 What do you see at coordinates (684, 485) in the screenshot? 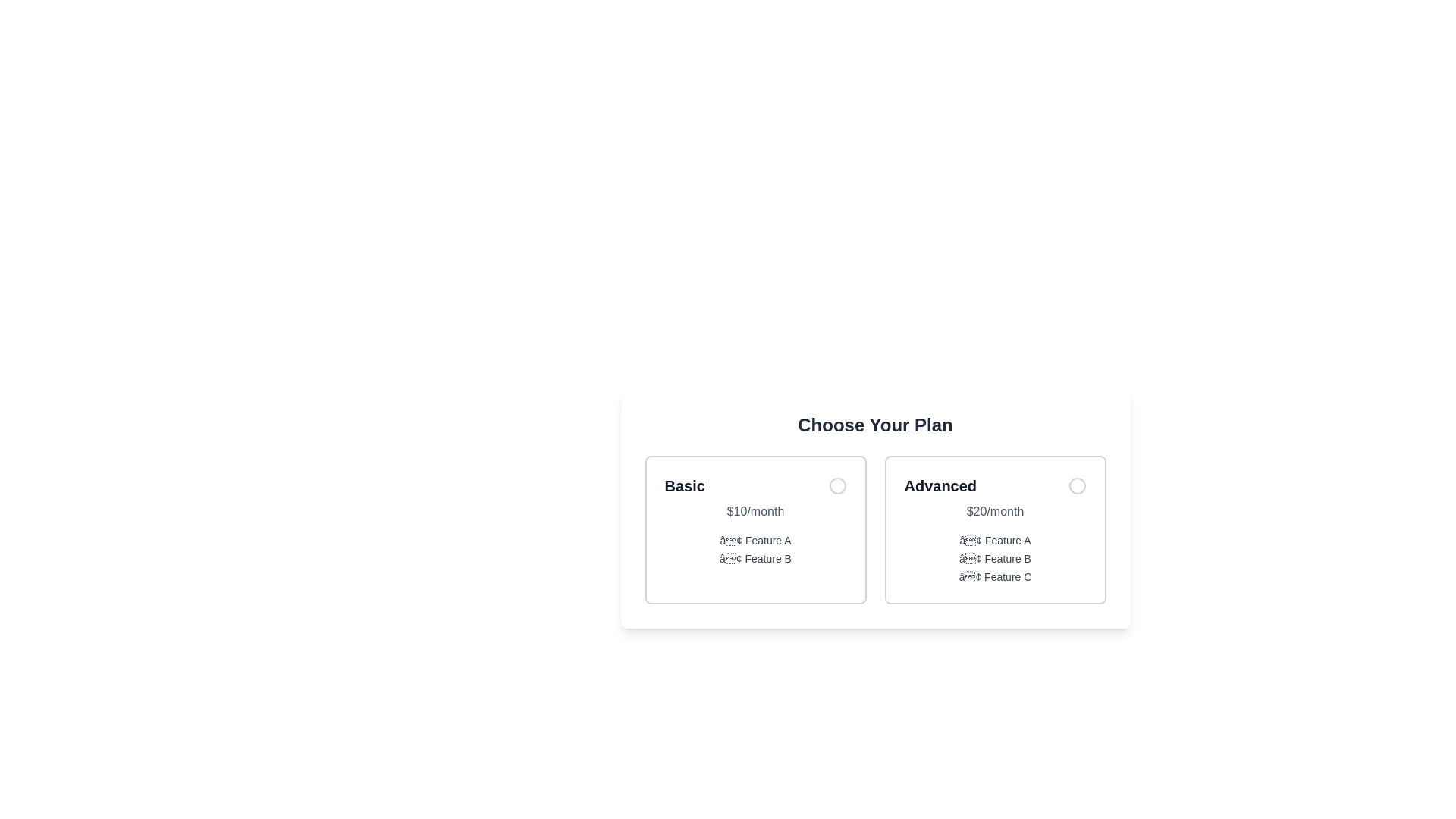
I see `the title text label for the 'Basic' plan option` at bounding box center [684, 485].